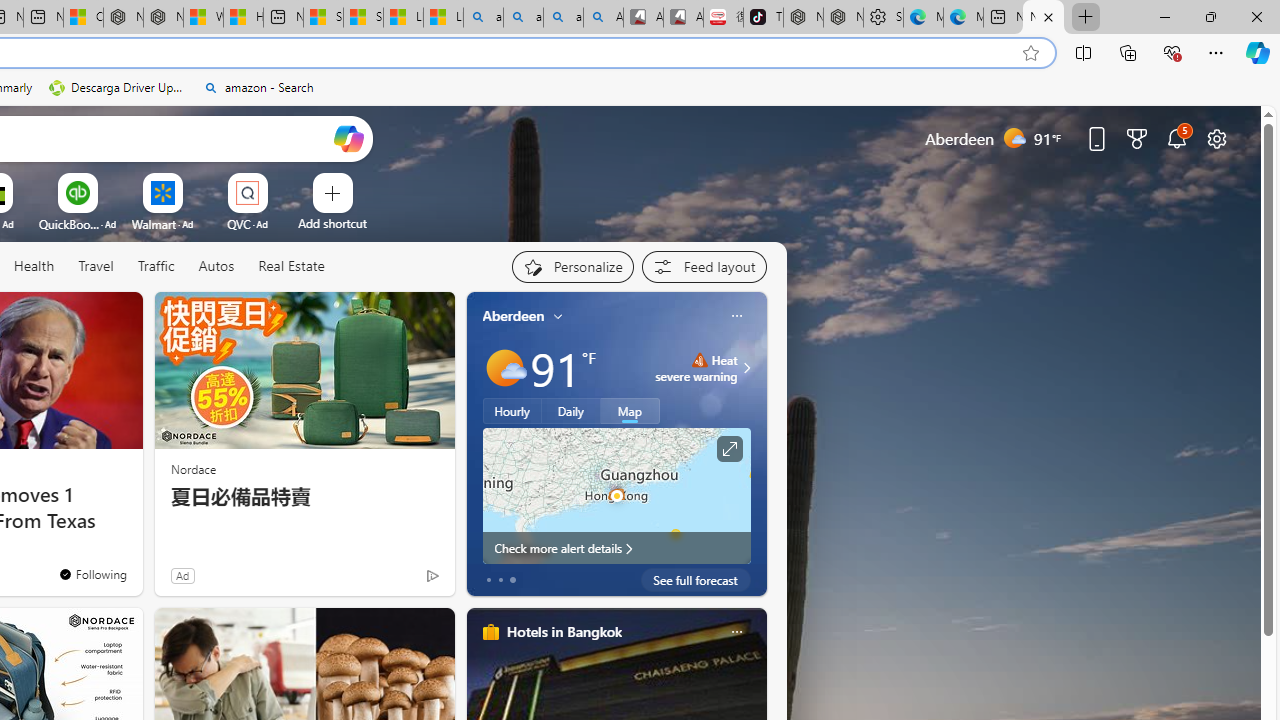 This screenshot has height=720, width=1280. What do you see at coordinates (562, 17) in the screenshot?
I see `'amazon - Search Images'` at bounding box center [562, 17].